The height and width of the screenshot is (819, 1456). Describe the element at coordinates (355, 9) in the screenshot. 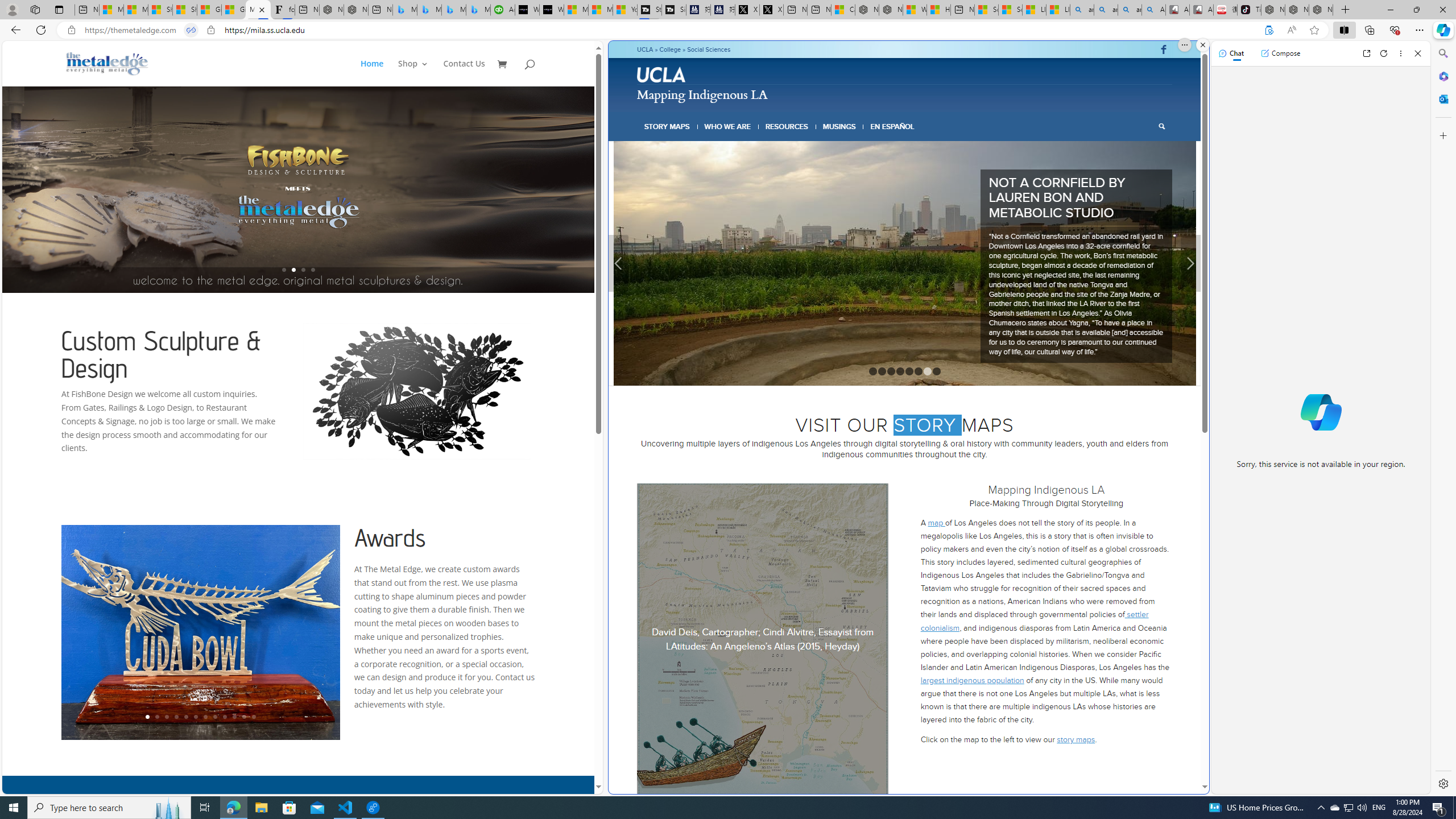

I see `'Nordace - #1 Japanese Best-Seller - Siena Smart Backpack'` at that location.